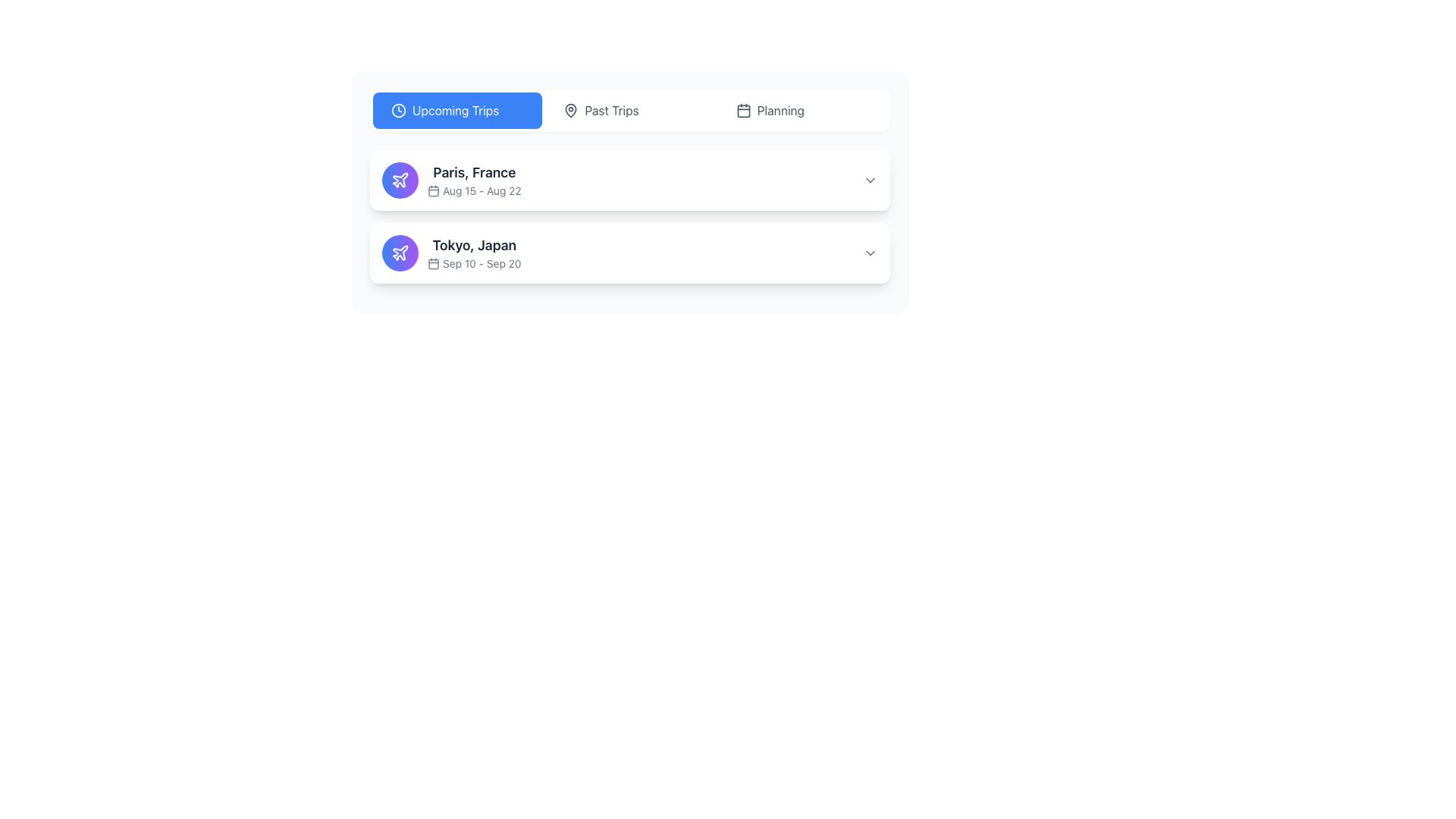  What do you see at coordinates (400, 253) in the screenshot?
I see `the interactivity of the 'Paris, France' trip icon, which is located at the leftmost section of the first list item under the 'Upcoming Trips' section, characterized by its circular gradient background and proximity to the destination text` at bounding box center [400, 253].